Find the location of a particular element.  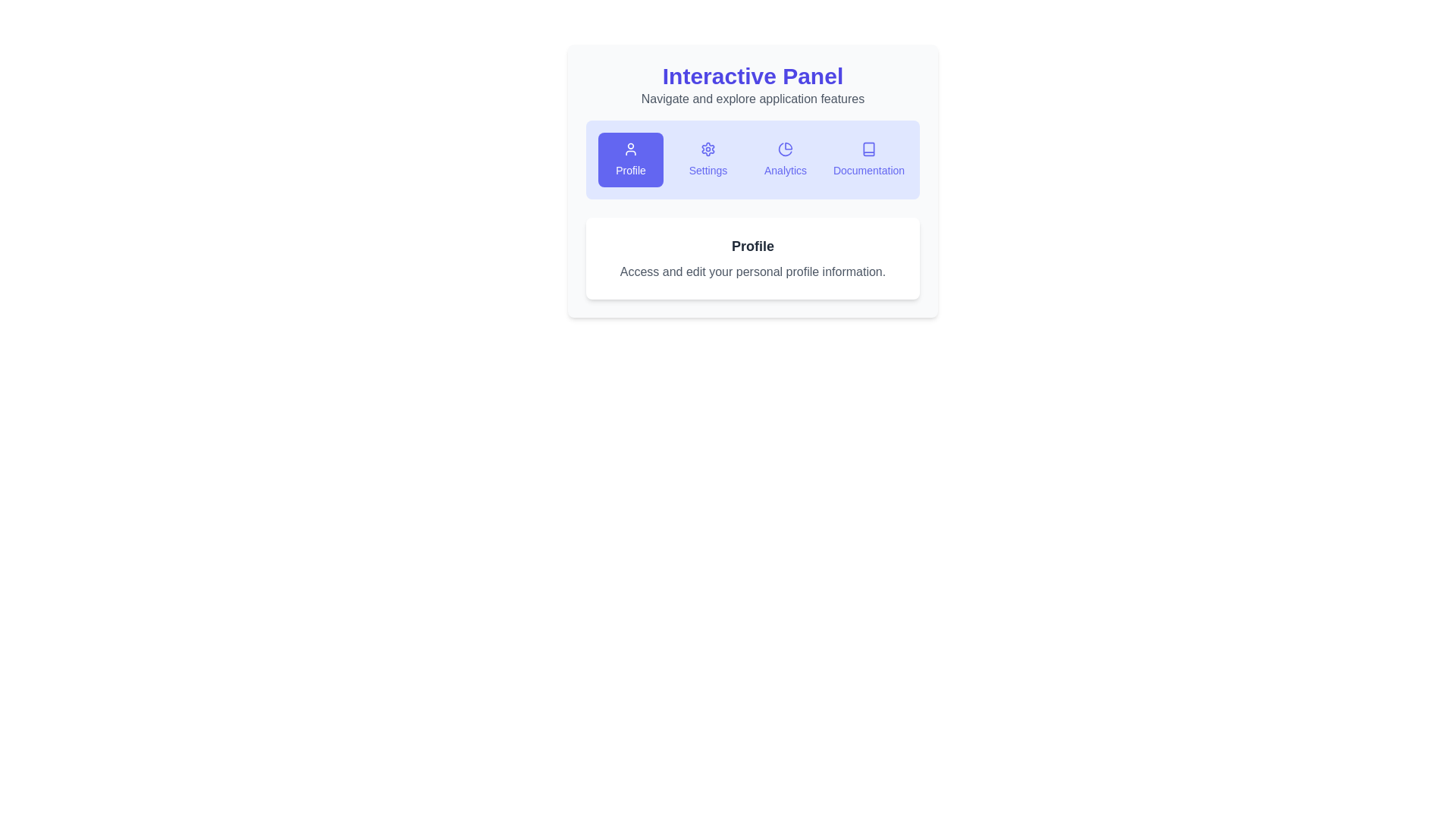

the 'Profile' text label element, which is displayed in bold and large font, styled in dark gray, and located above a description within a content card is located at coordinates (753, 245).